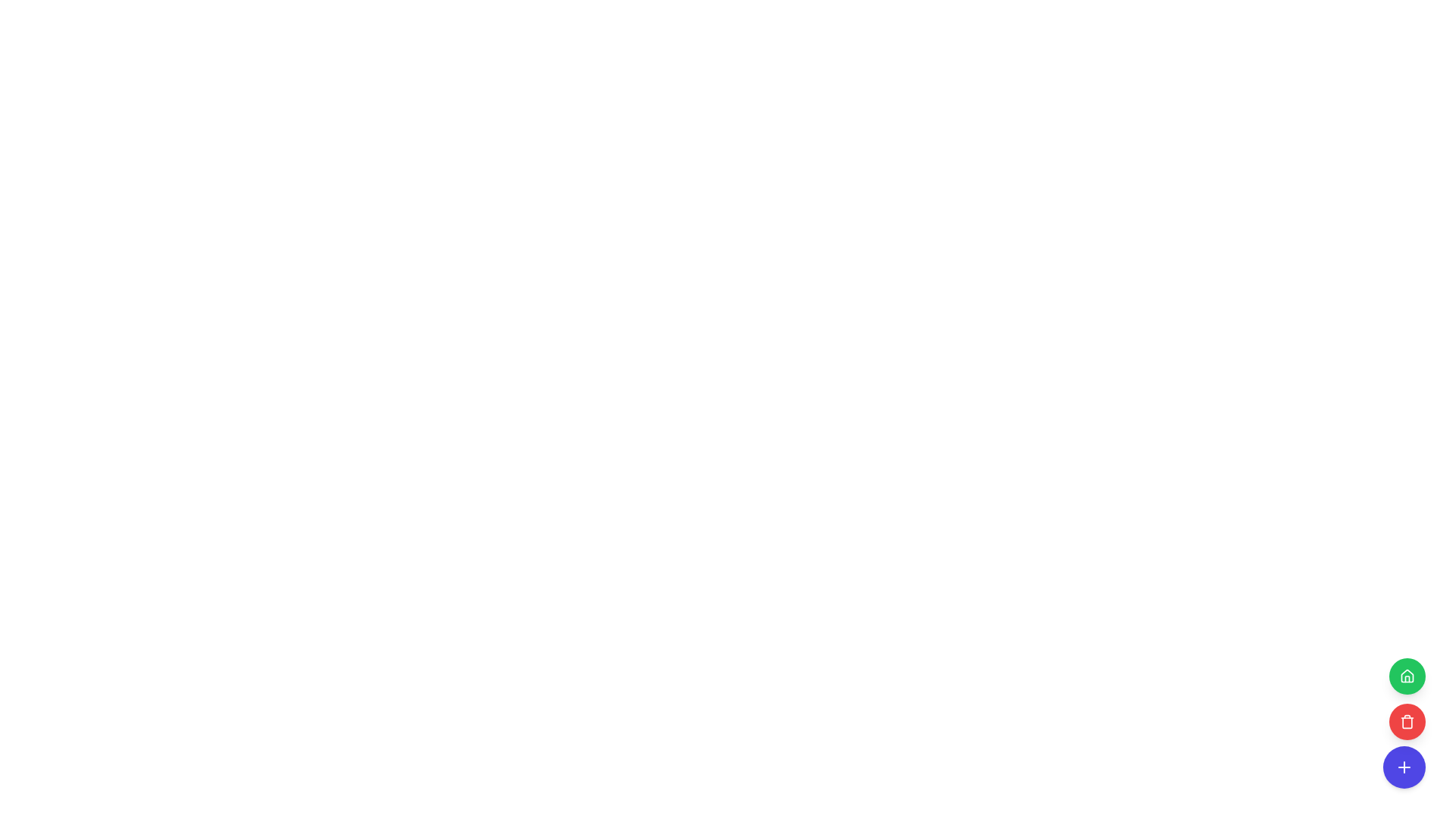 The width and height of the screenshot is (1456, 819). I want to click on the circular blue button with a white plus sign symbol, located at the bottom of a vertical stack of icons on the right edge of the interface, so click(1404, 767).